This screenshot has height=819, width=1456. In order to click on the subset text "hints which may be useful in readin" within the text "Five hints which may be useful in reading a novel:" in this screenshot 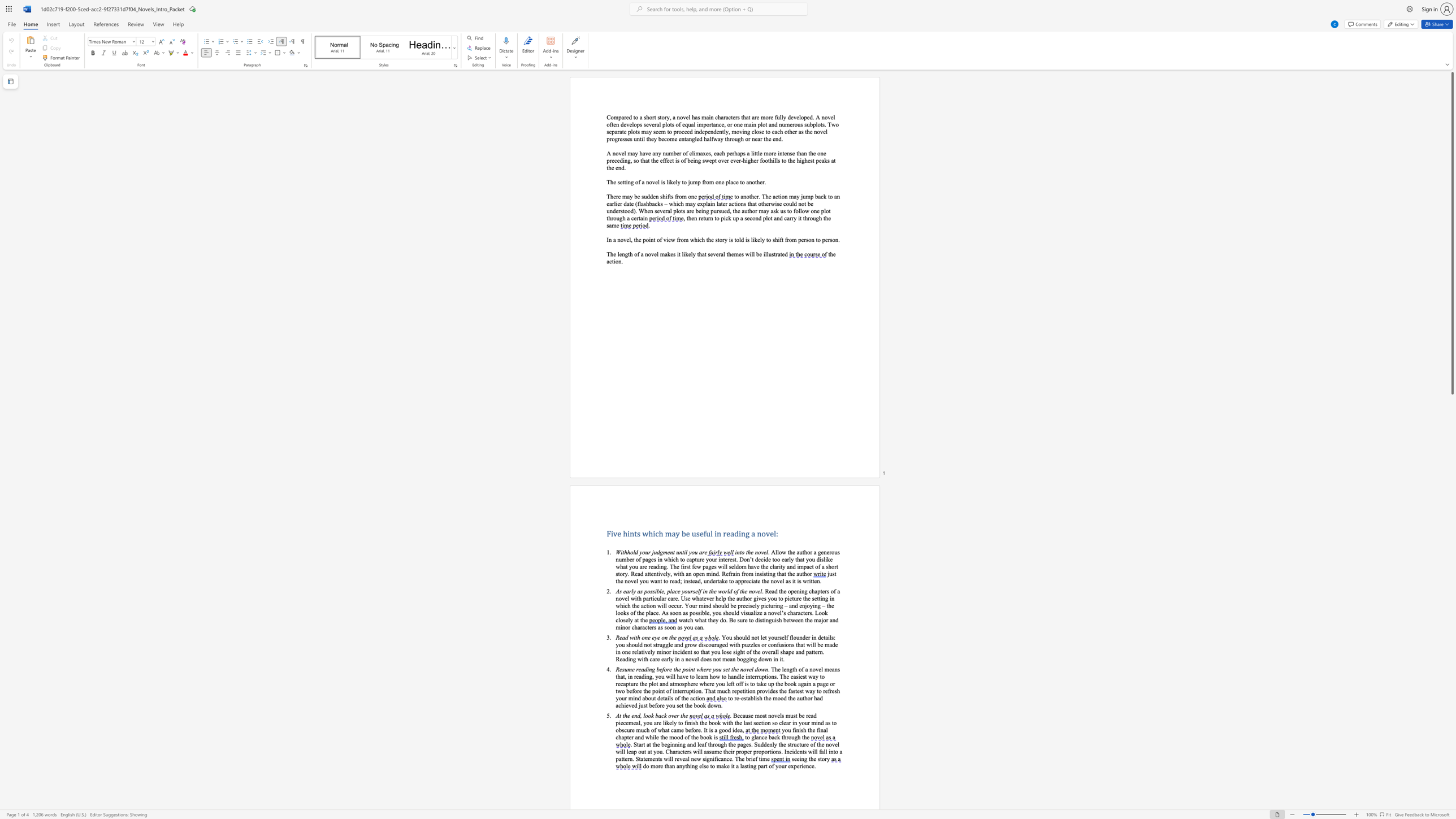, I will do `click(623, 534)`.